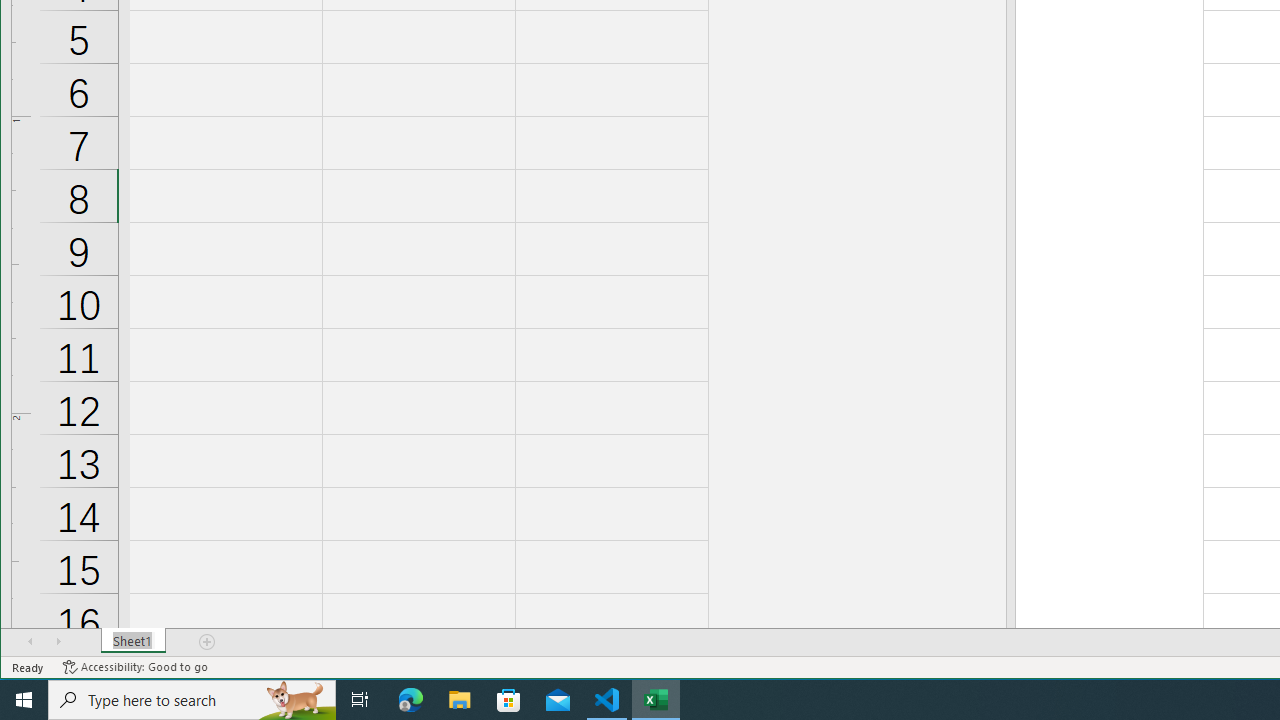 The width and height of the screenshot is (1280, 720). I want to click on 'Sheet Tab', so click(132, 641).